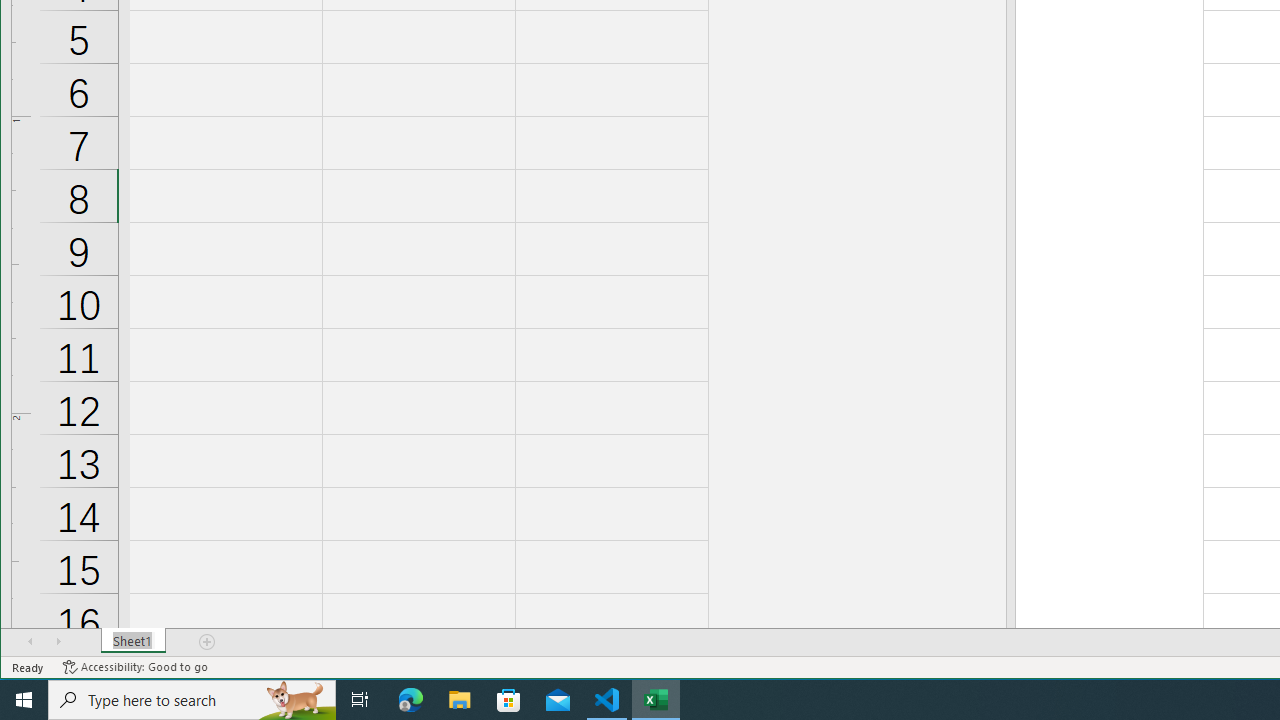 The width and height of the screenshot is (1280, 720). I want to click on 'Sheet Tab', so click(132, 641).